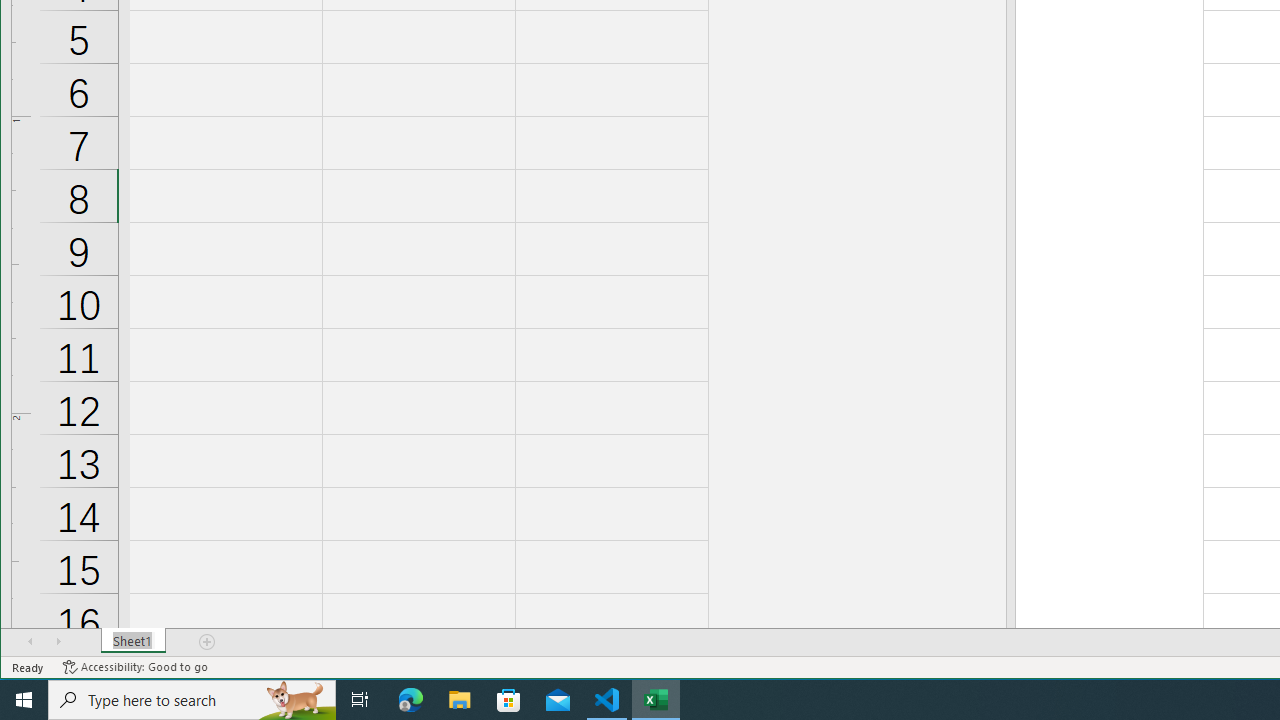 The width and height of the screenshot is (1280, 720). I want to click on 'Sheet Tab', so click(132, 641).